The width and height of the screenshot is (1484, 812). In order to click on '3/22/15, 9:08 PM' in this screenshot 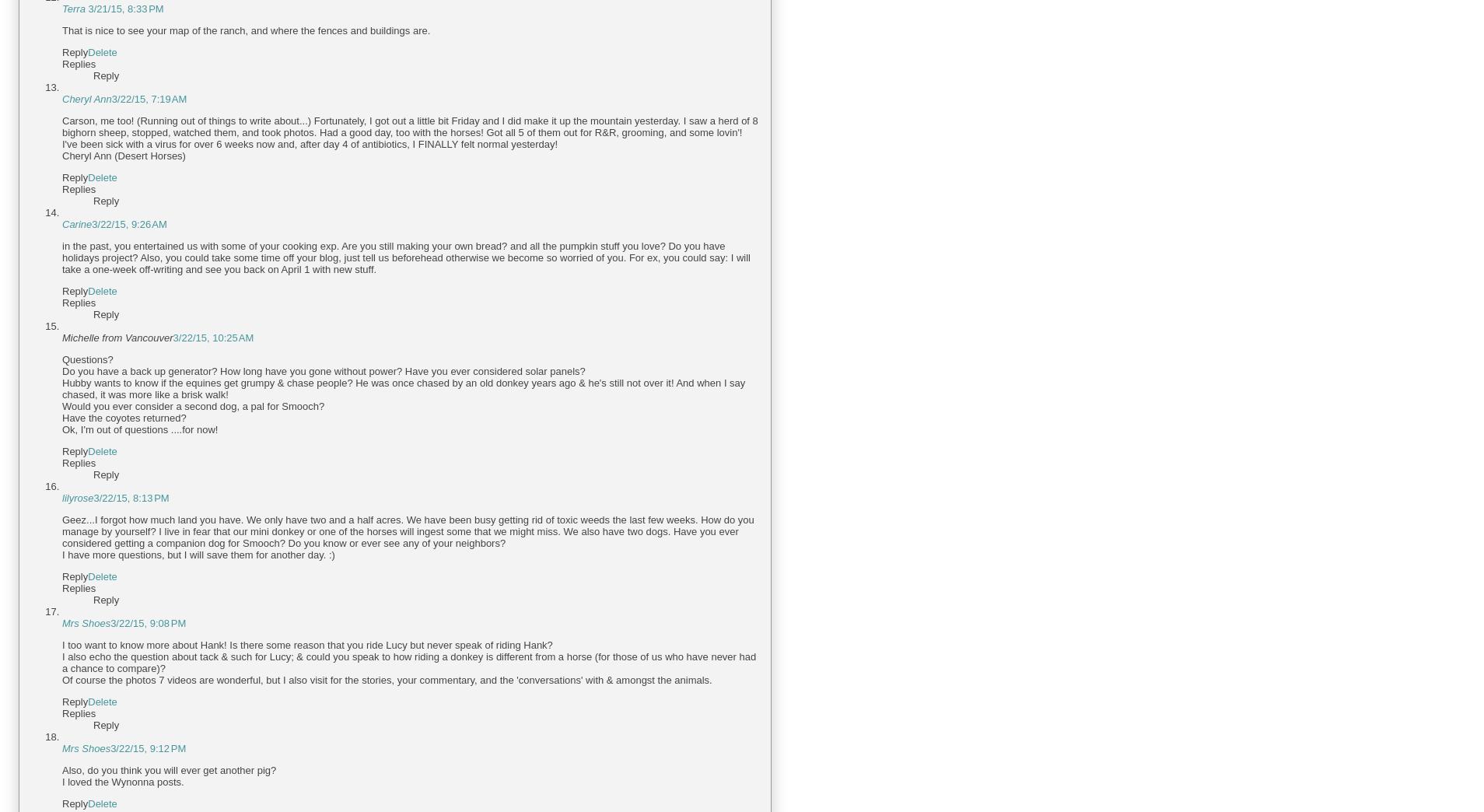, I will do `click(147, 622)`.